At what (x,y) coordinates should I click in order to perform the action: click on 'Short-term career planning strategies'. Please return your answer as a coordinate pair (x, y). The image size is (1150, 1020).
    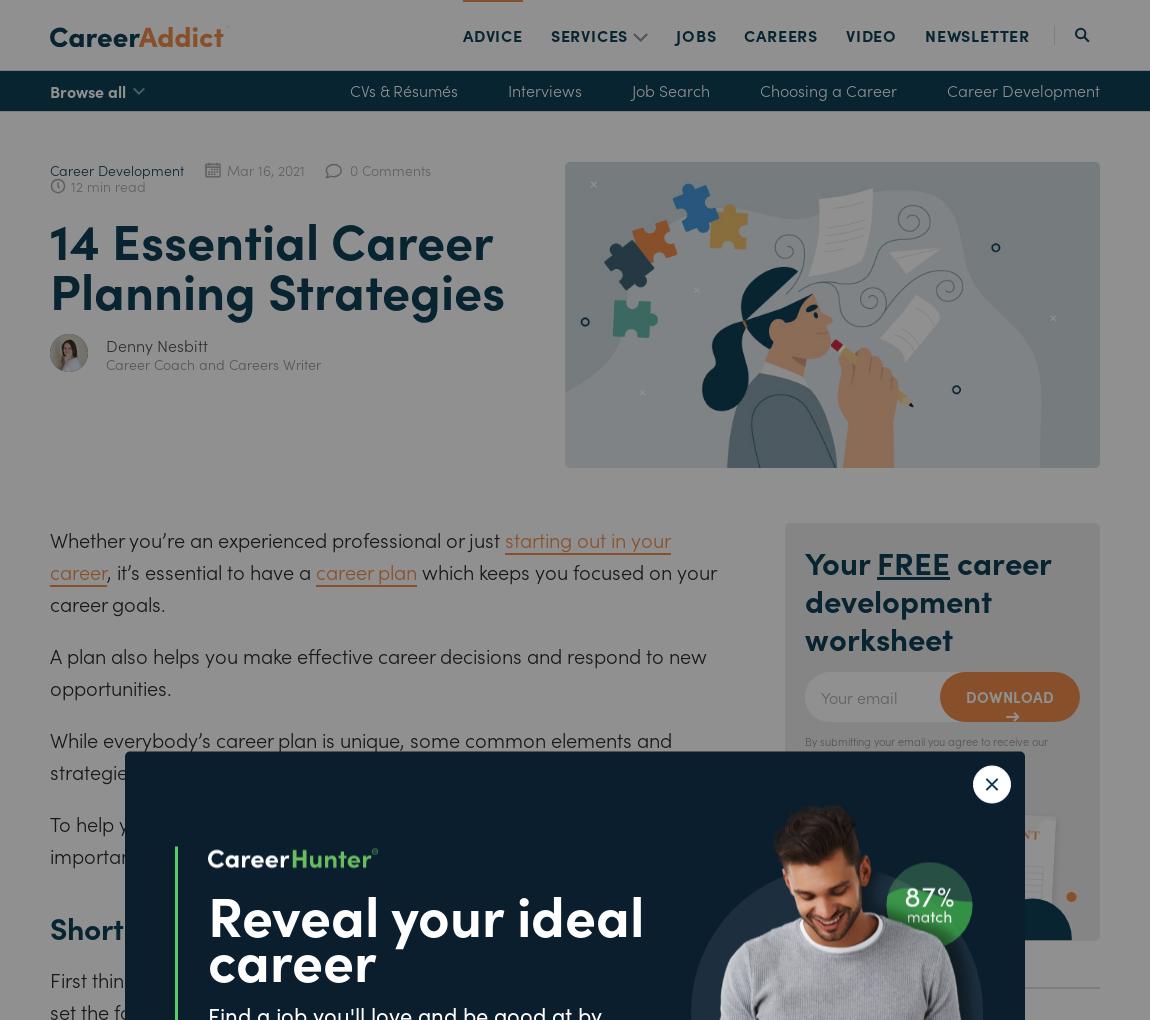
    Looking at the image, I should click on (317, 926).